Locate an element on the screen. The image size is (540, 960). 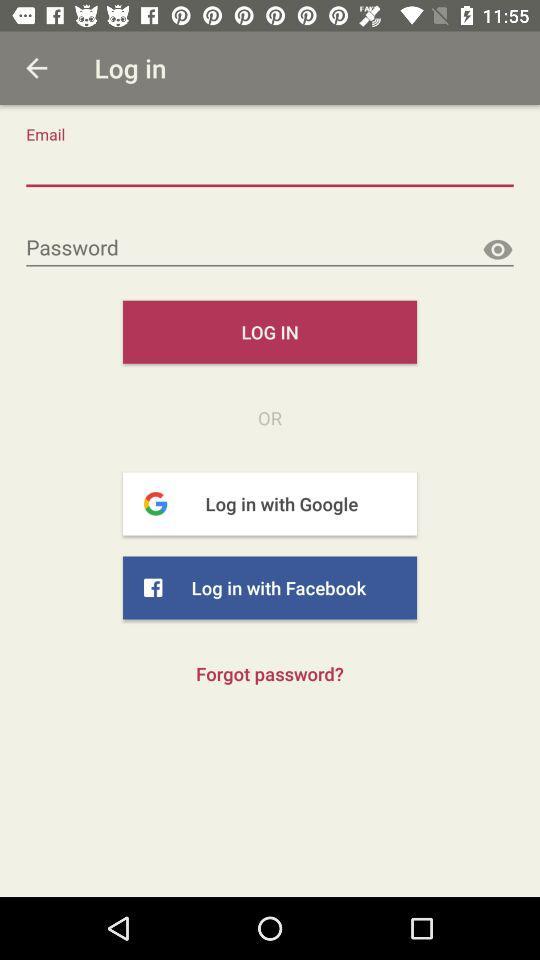
go back is located at coordinates (36, 68).